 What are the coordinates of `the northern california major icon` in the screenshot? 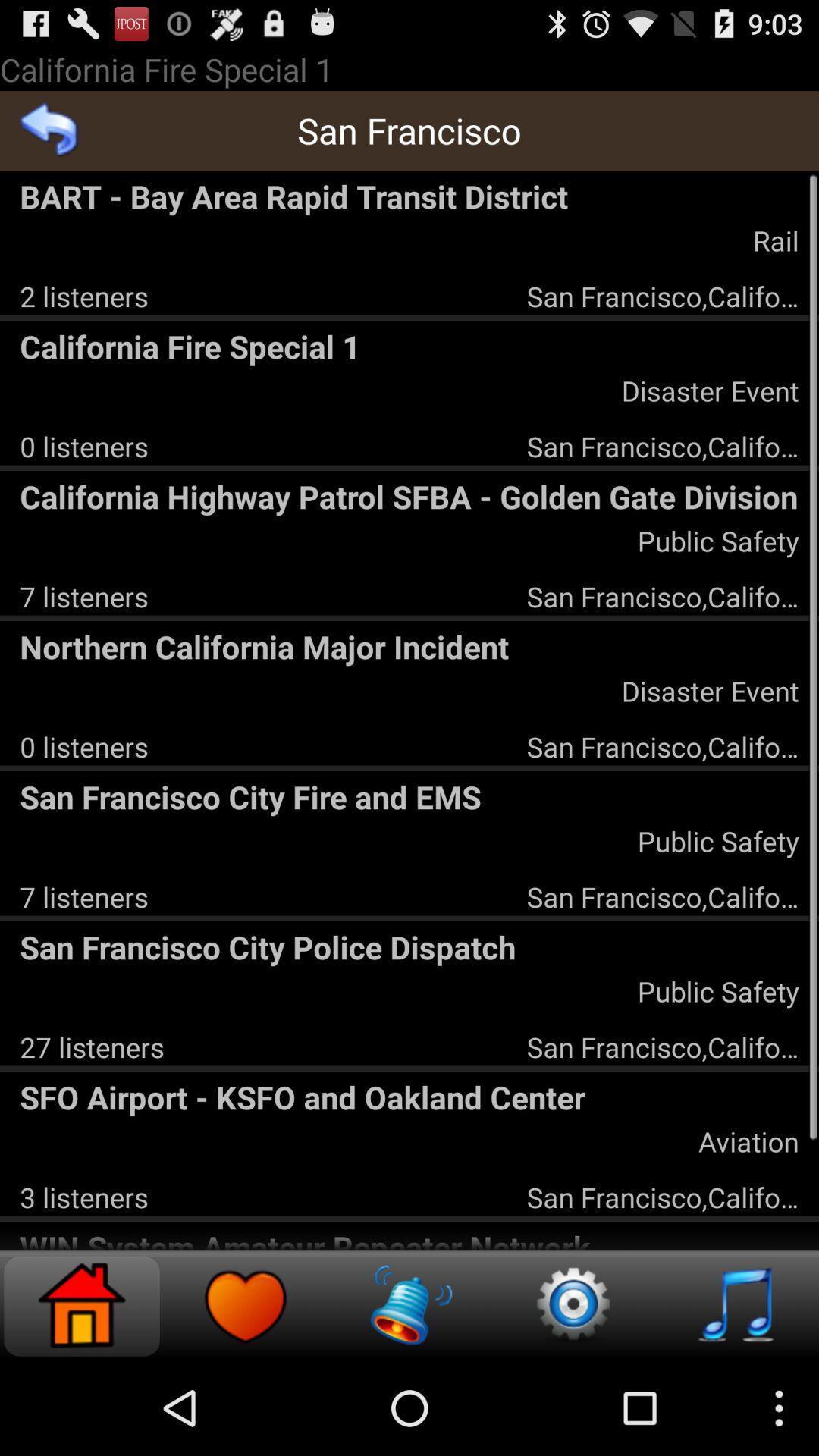 It's located at (409, 646).